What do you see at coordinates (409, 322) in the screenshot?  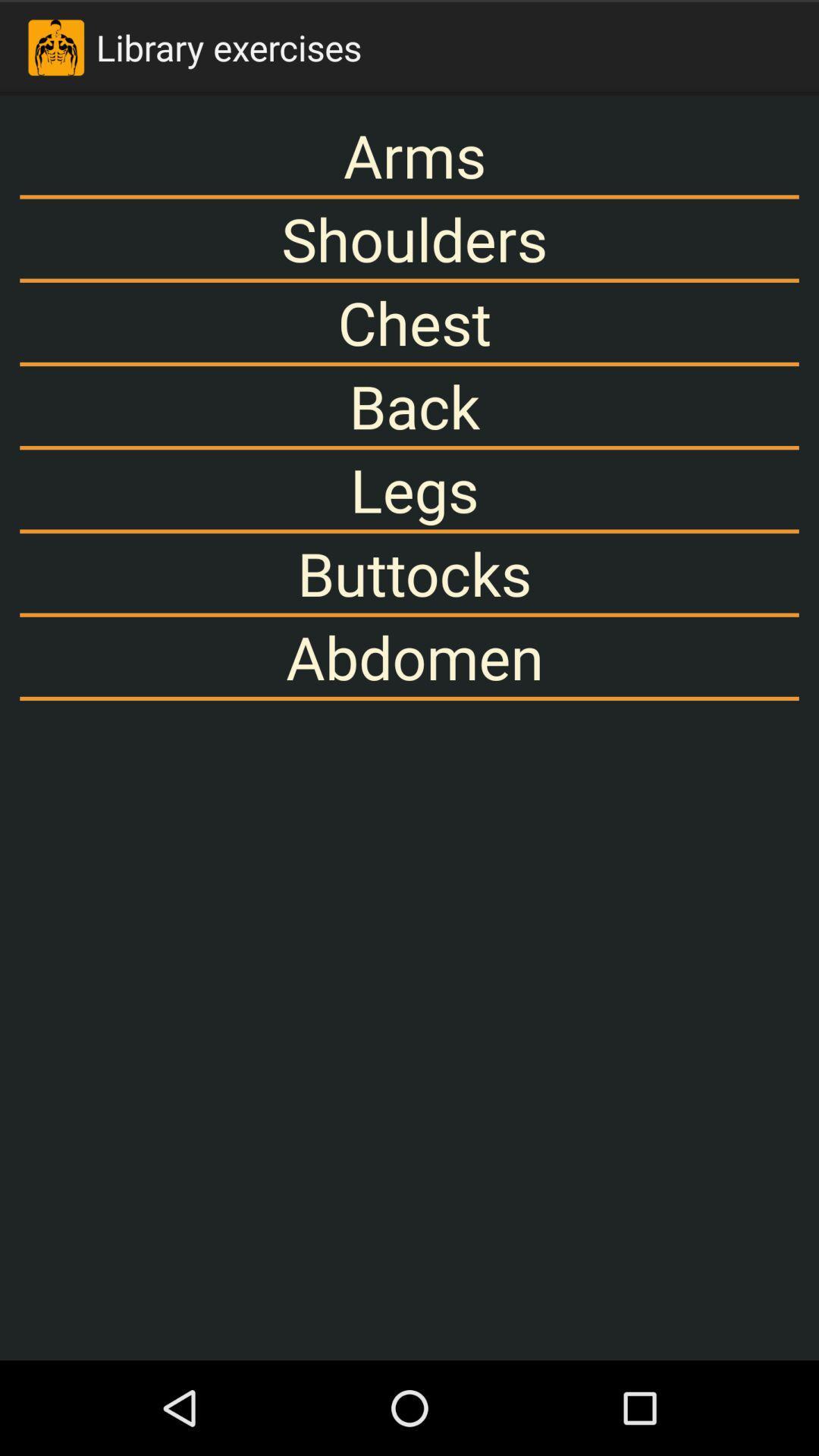 I see `the chest app` at bounding box center [409, 322].